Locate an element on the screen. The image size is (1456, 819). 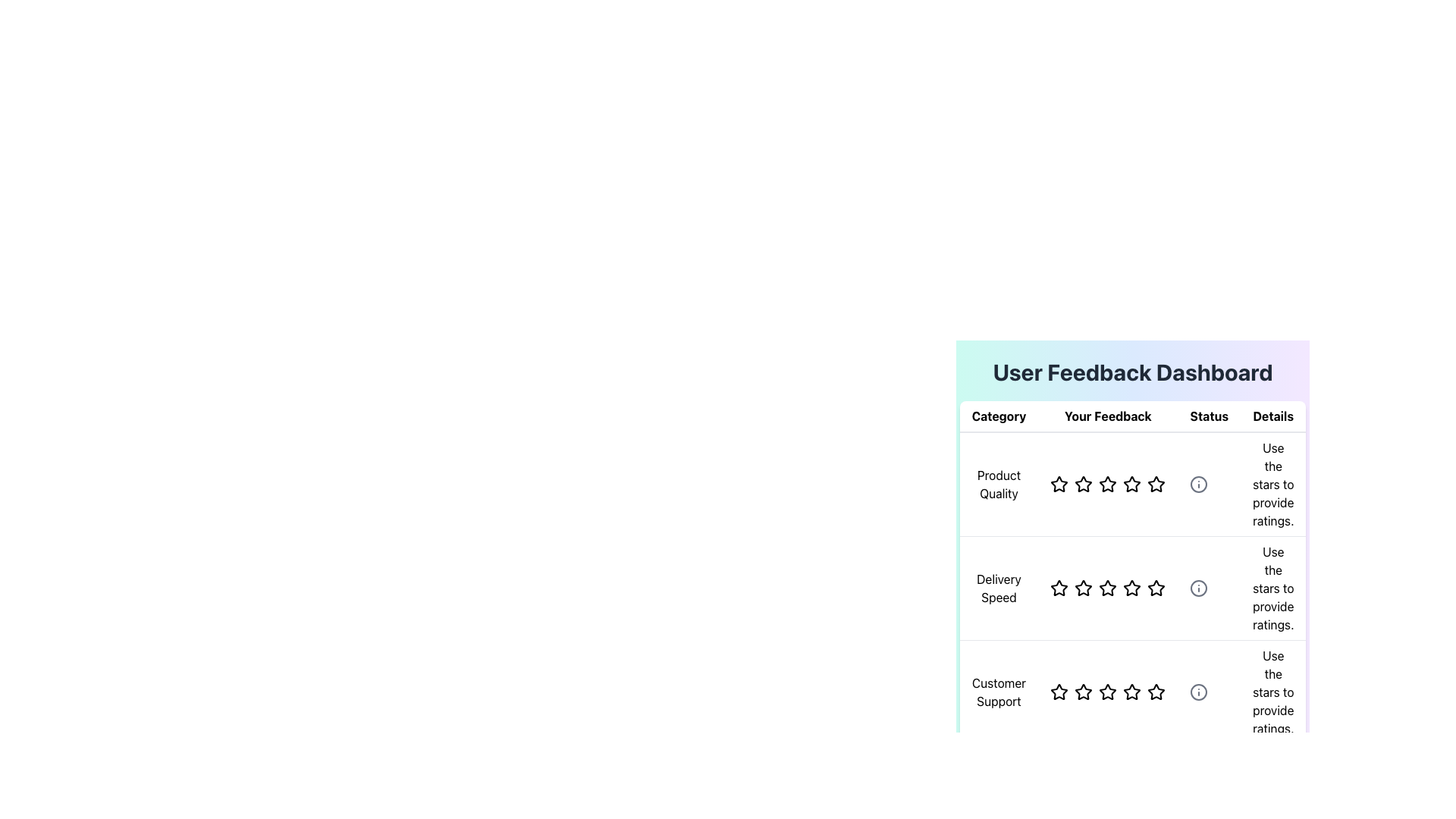
the fourth Rating star icon in the 'Your Feedback' column for 'Product Quality' is located at coordinates (1132, 485).